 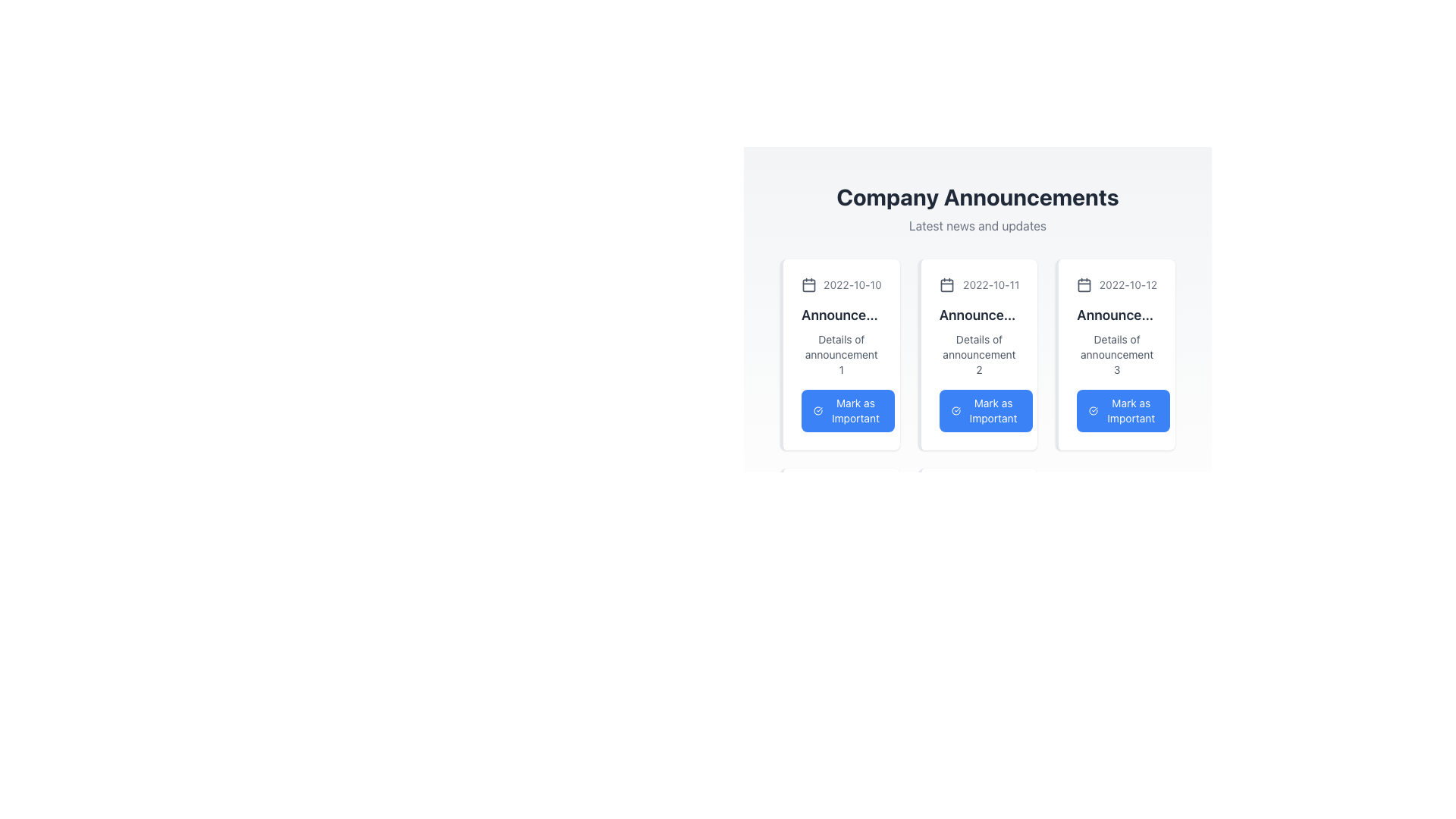 I want to click on text content of the title Text Label located in the second announcement card, positioned below the date '2022-10-11' and above the description 'Details of announcement 2', so click(x=979, y=315).